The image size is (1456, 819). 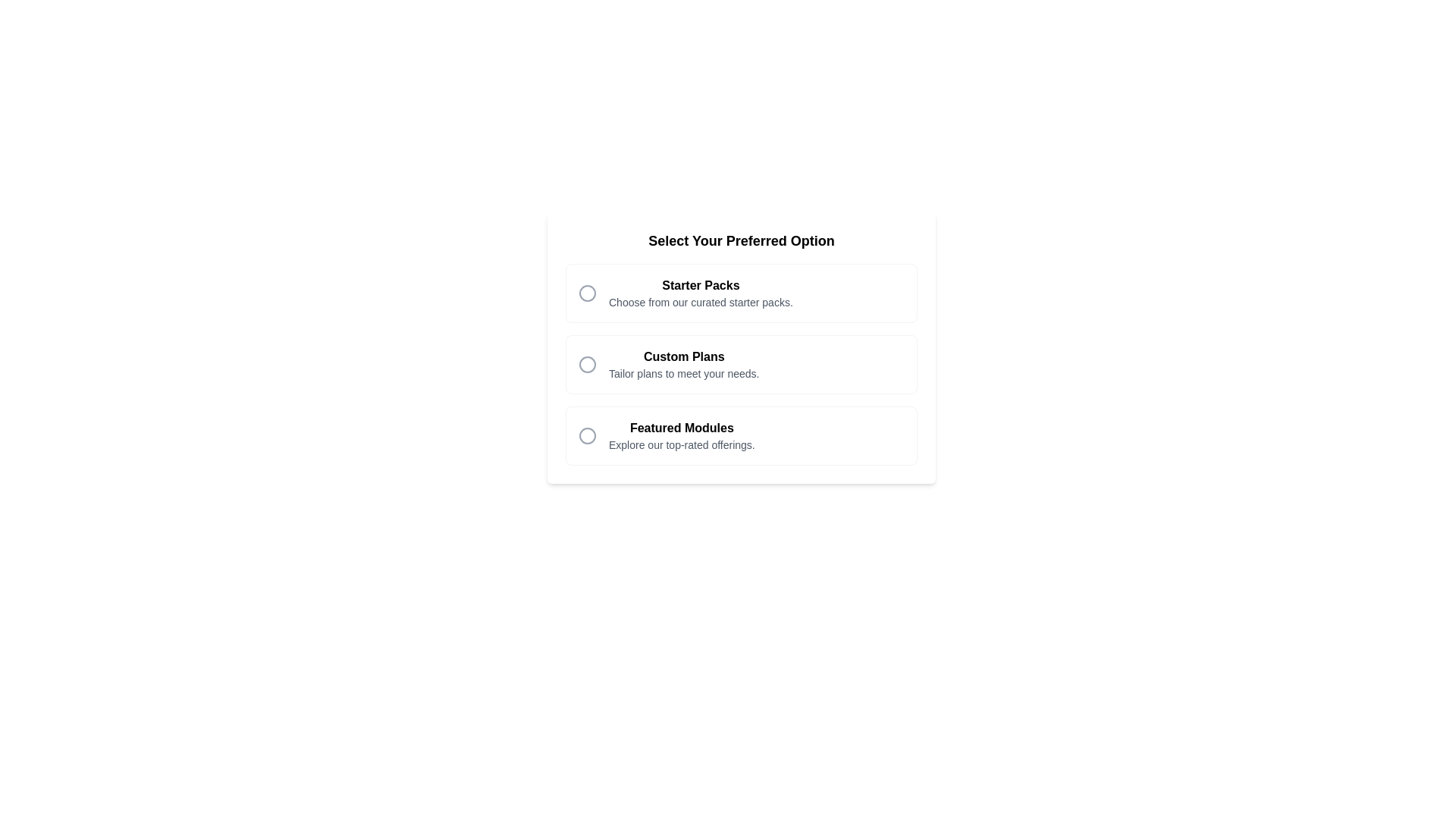 I want to click on the radio button for 'Custom Plans', which is the second selectable option under 'Select Your Preferred Option', so click(x=742, y=348).